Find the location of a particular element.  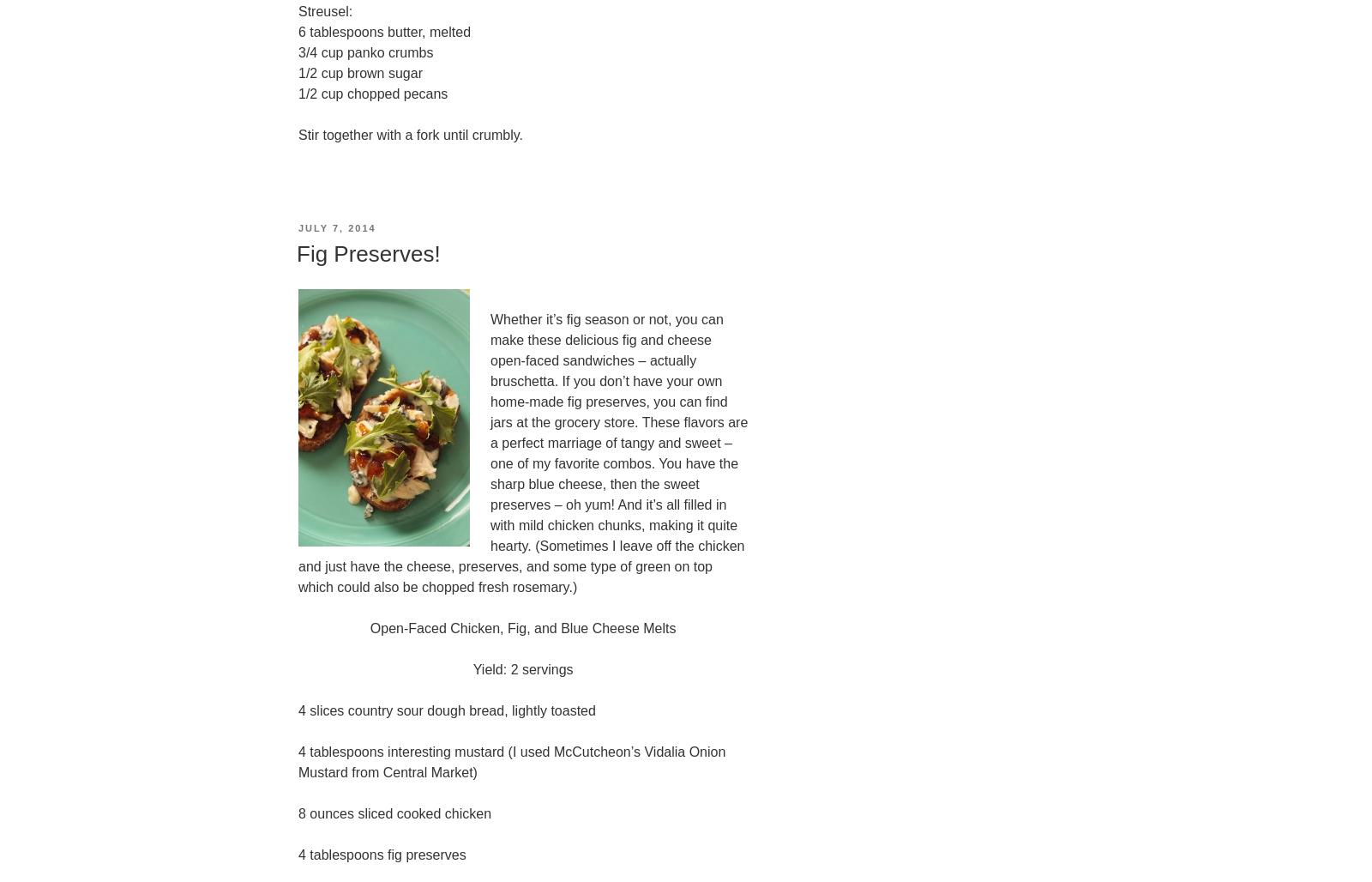

'Yield: 2 servings' is located at coordinates (522, 668).